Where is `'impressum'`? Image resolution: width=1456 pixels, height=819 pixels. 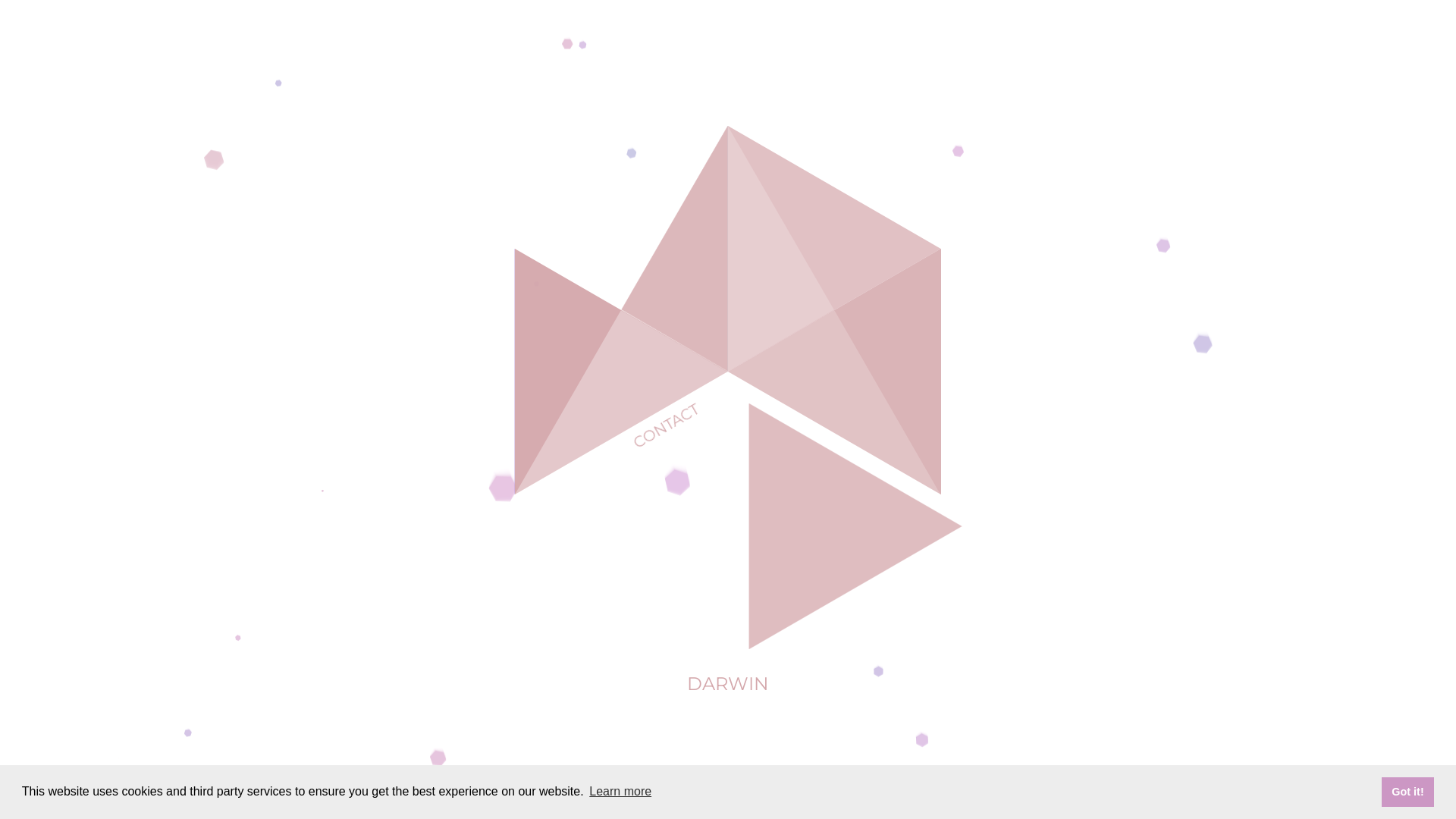 'impressum' is located at coordinates (654, 801).